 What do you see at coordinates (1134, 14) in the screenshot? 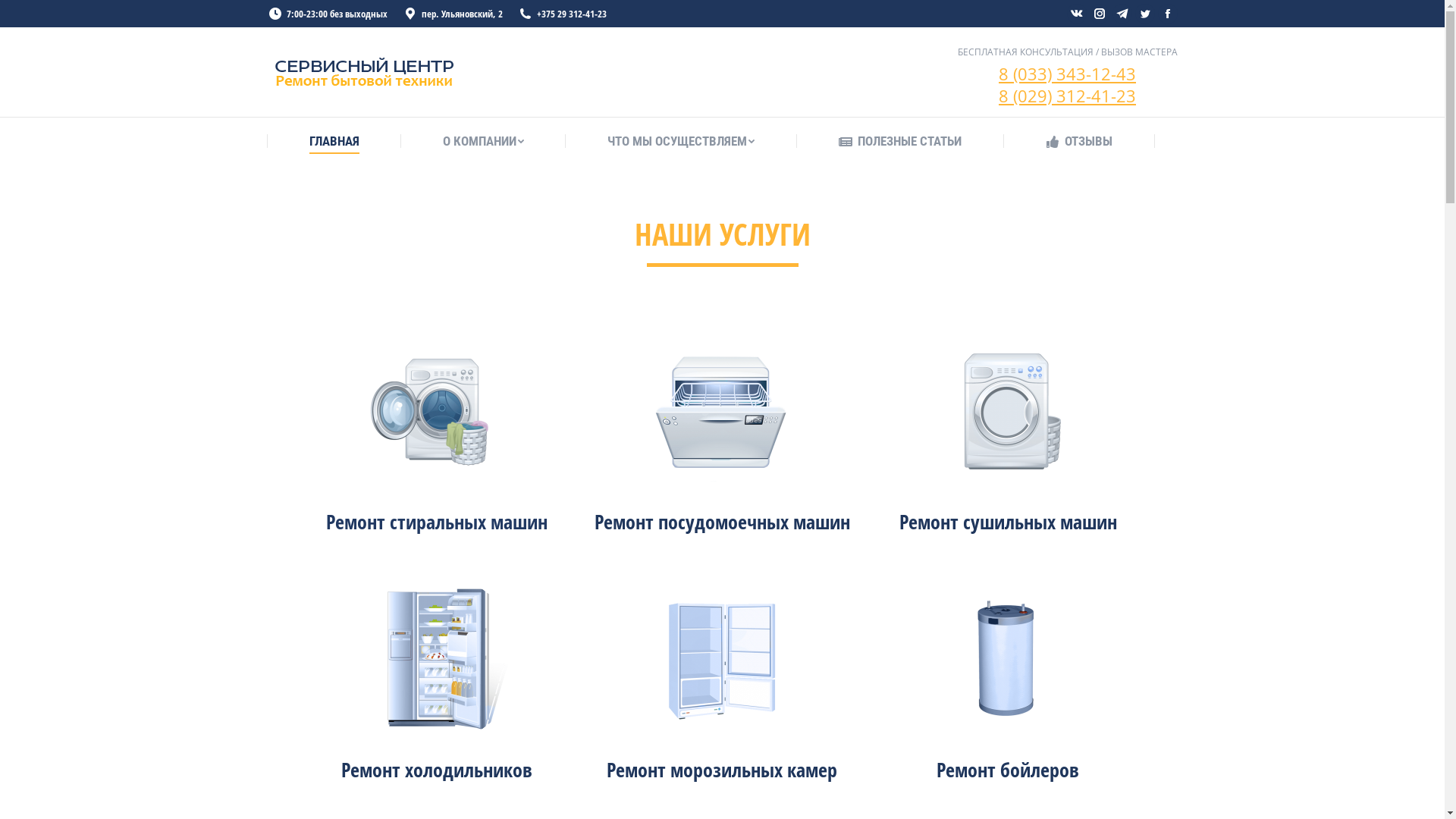
I see `'Twitter page opens in new window'` at bounding box center [1134, 14].